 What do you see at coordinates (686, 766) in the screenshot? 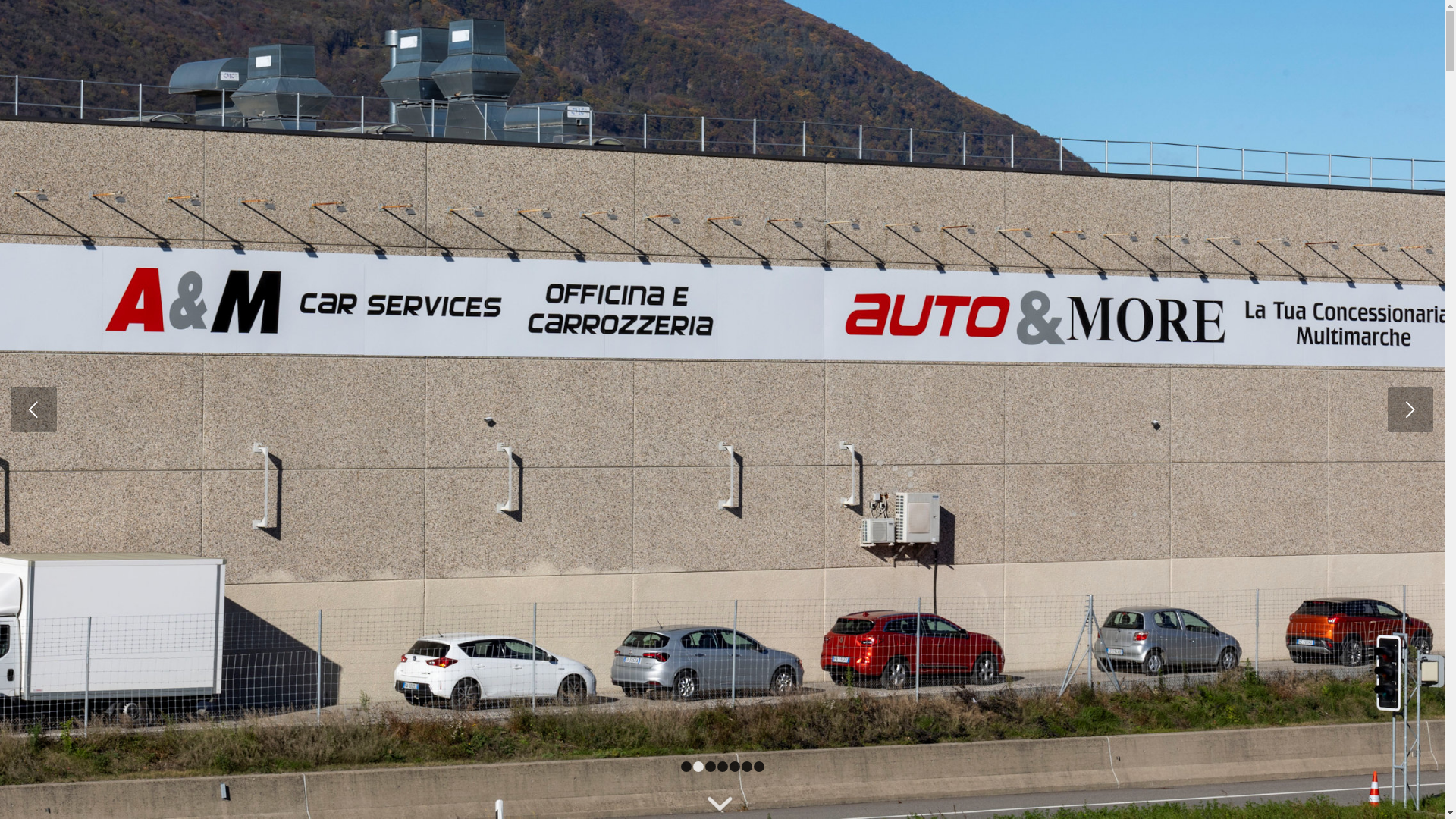
I see `'1'` at bounding box center [686, 766].